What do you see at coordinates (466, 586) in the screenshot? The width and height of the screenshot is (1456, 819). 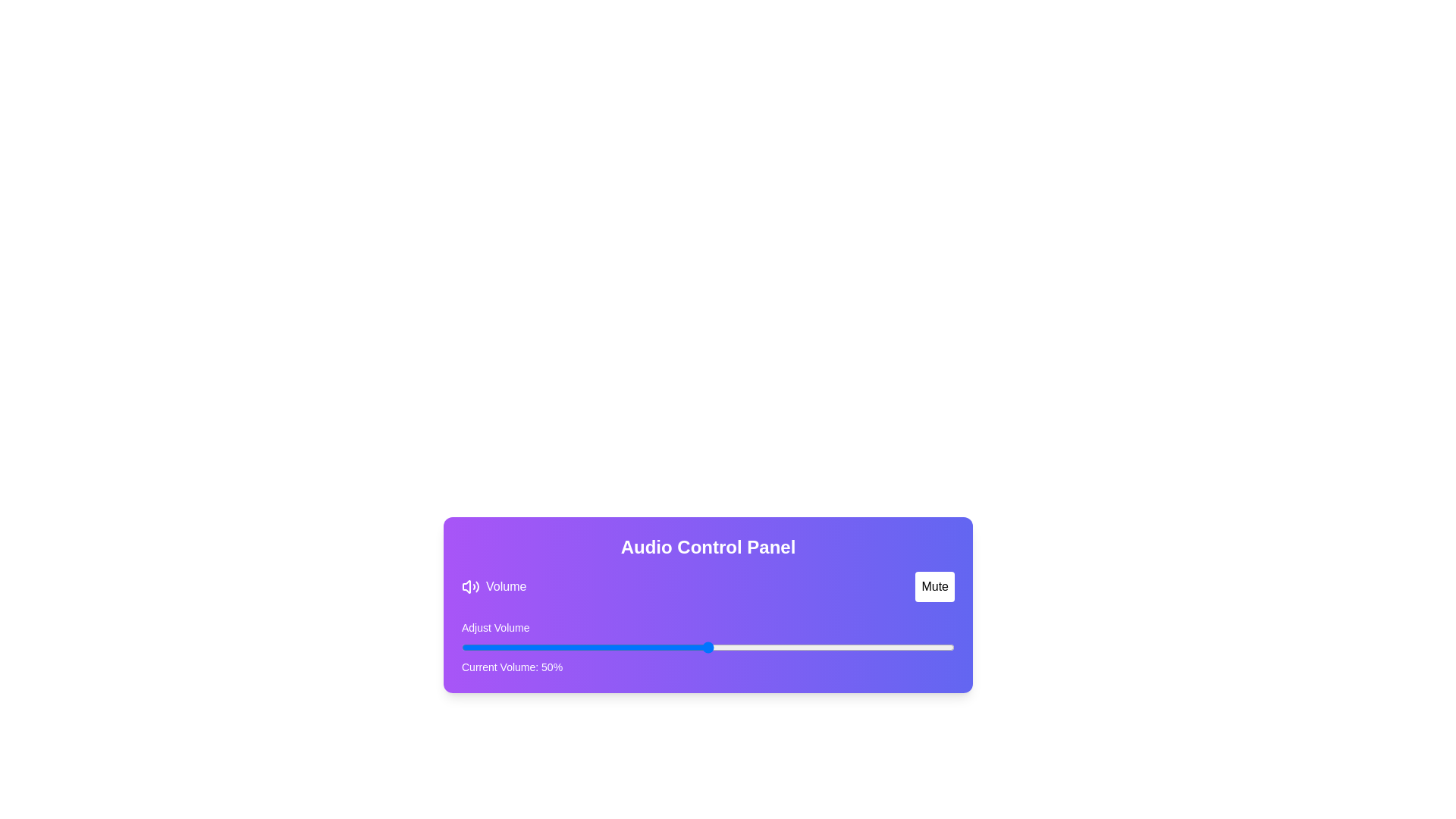 I see `the decorative speaker icon in the Audio Control Panel, located near the text 'Volume'` at bounding box center [466, 586].